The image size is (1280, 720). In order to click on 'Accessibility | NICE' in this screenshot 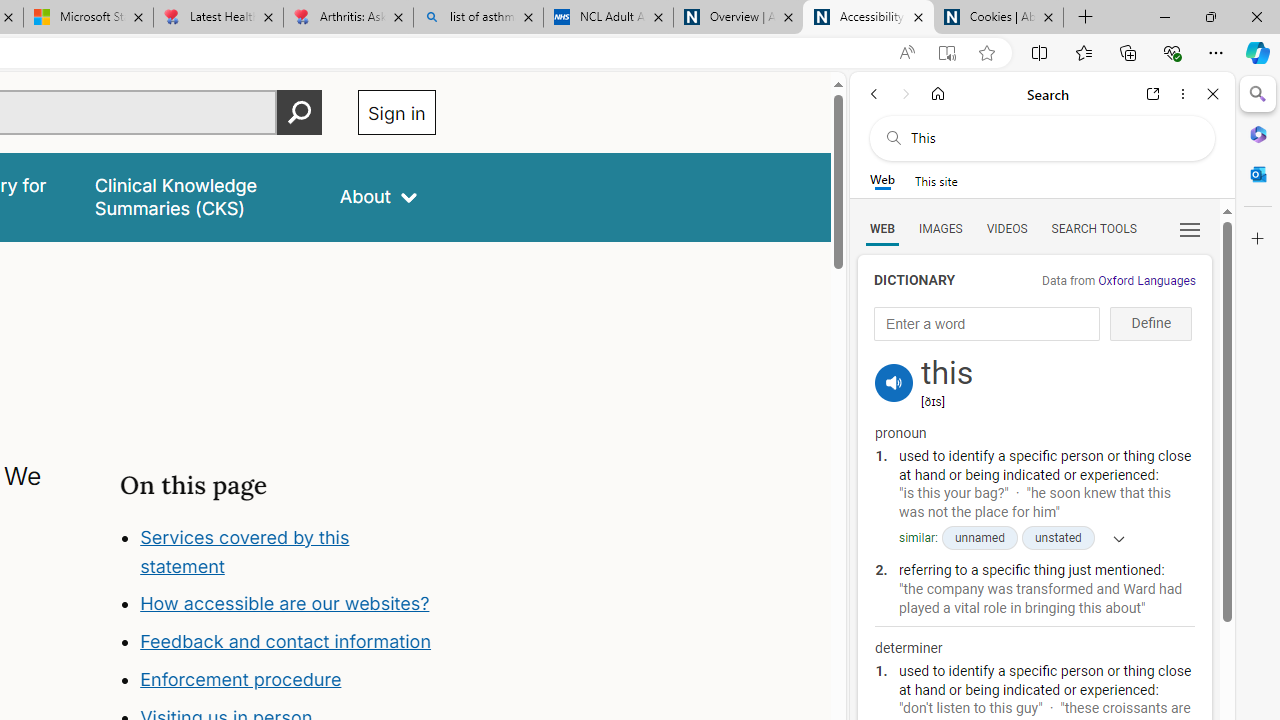, I will do `click(868, 17)`.